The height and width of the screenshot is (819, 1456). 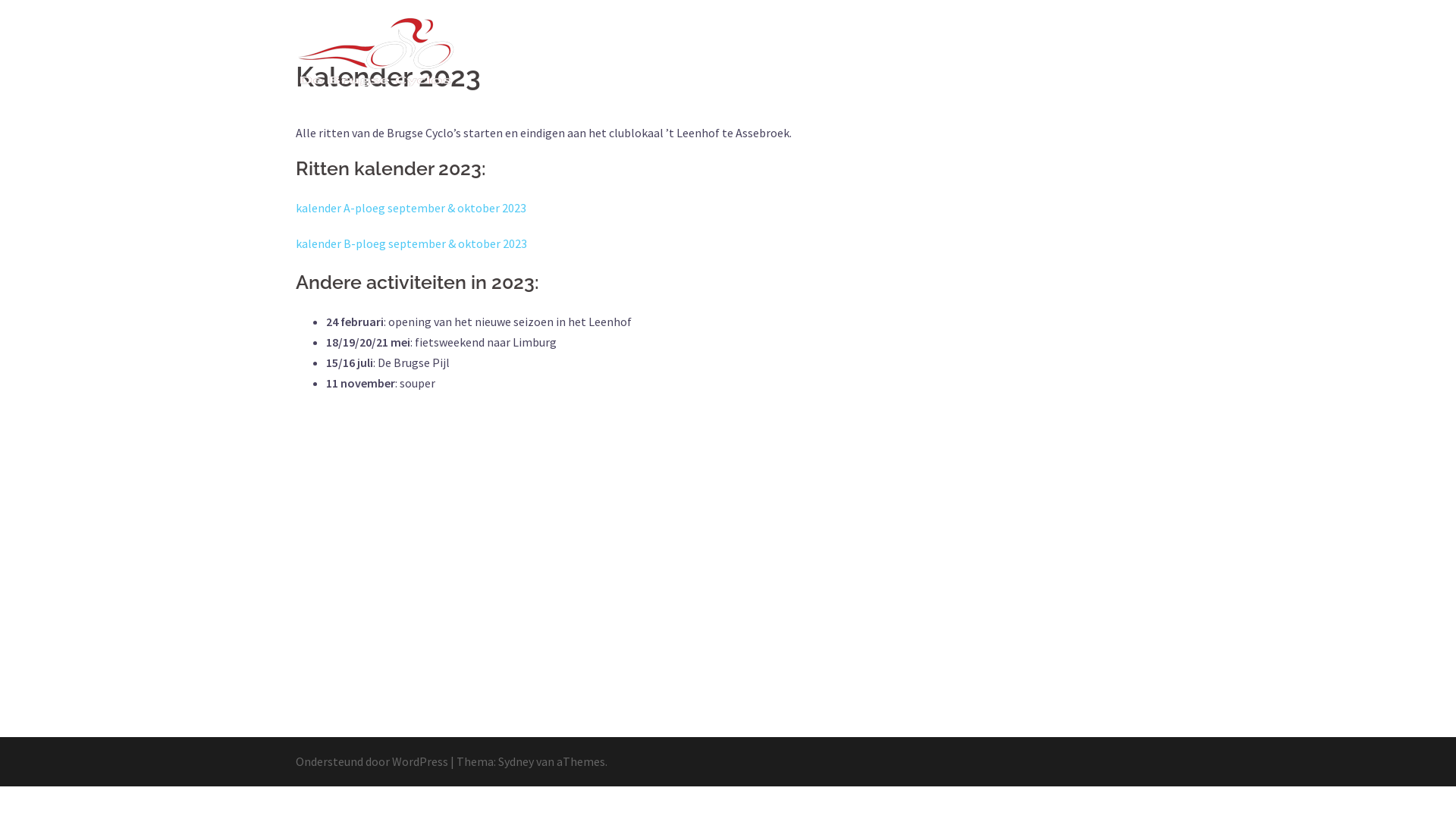 I want to click on 'kalender B-ploeg september & oktober 2023', so click(x=411, y=242).